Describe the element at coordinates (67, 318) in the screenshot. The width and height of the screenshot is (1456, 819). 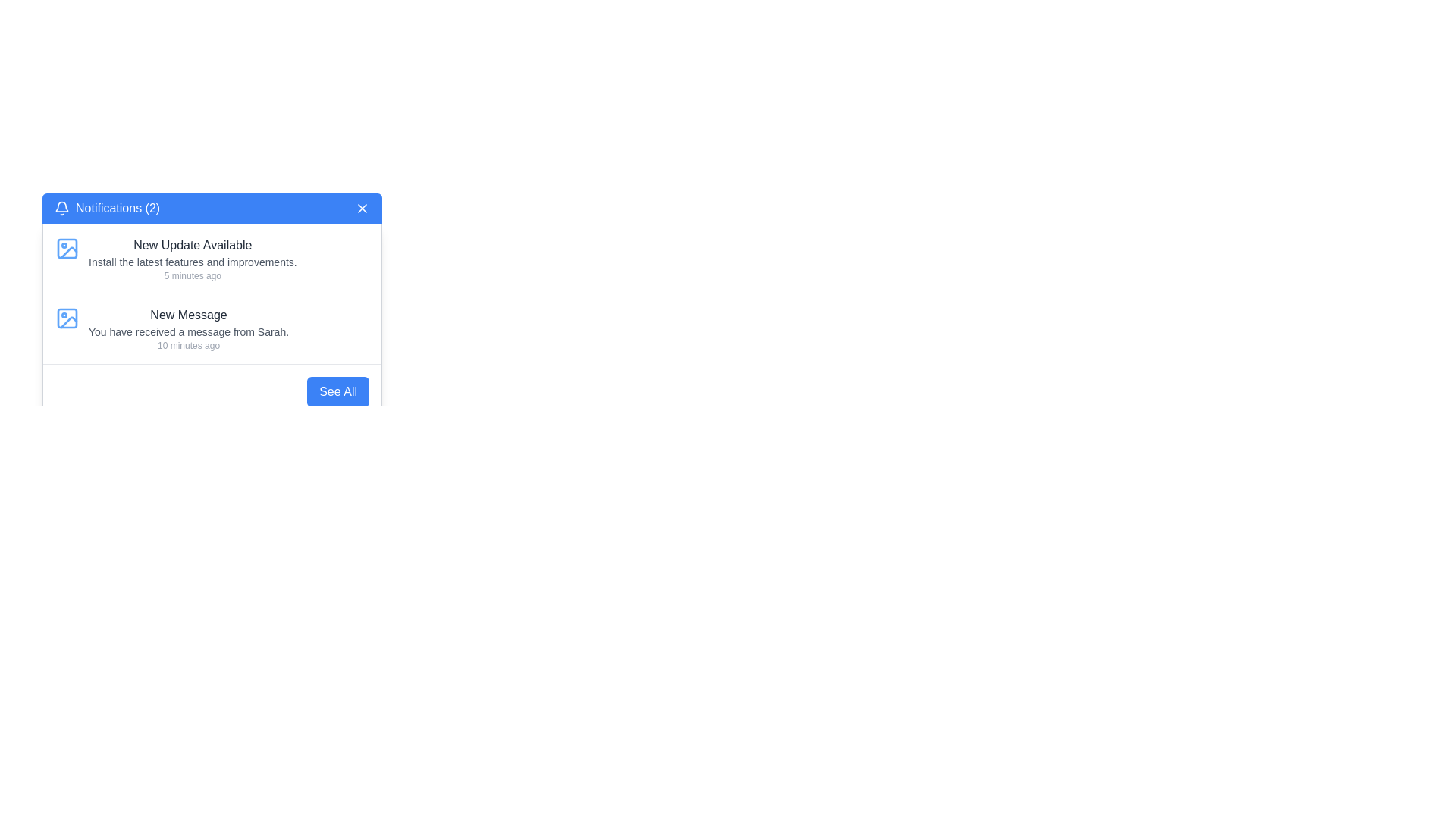
I see `the Decorative SVG shape that serves as a background for the 'New Update Available' notification icon` at that location.